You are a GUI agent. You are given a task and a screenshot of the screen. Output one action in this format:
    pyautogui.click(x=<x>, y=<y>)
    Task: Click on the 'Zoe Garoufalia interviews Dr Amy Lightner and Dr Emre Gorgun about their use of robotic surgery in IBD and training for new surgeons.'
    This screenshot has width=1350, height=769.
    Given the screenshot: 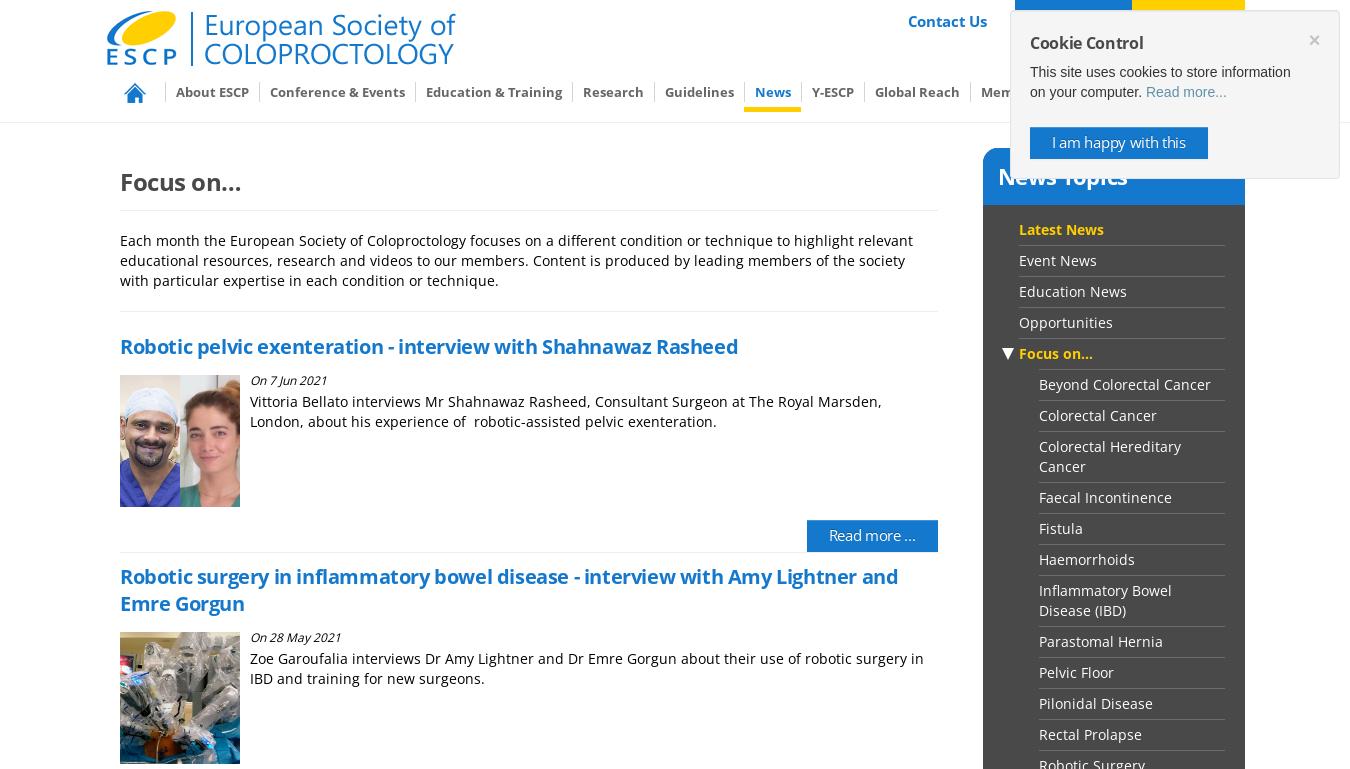 What is the action you would take?
    pyautogui.click(x=586, y=667)
    